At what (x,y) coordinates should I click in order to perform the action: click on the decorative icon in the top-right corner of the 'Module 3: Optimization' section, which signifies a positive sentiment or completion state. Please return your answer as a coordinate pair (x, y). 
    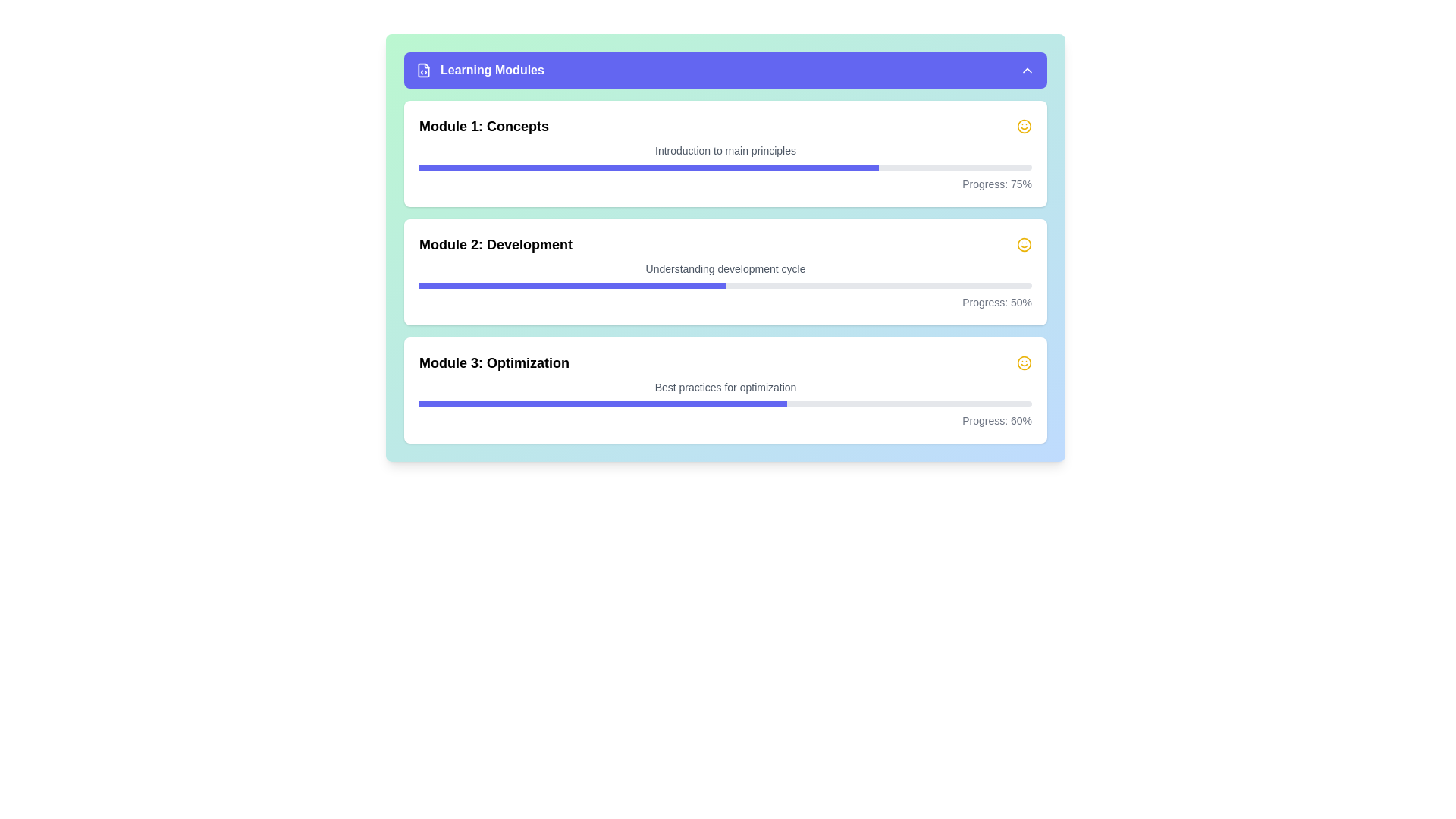
    Looking at the image, I should click on (1024, 362).